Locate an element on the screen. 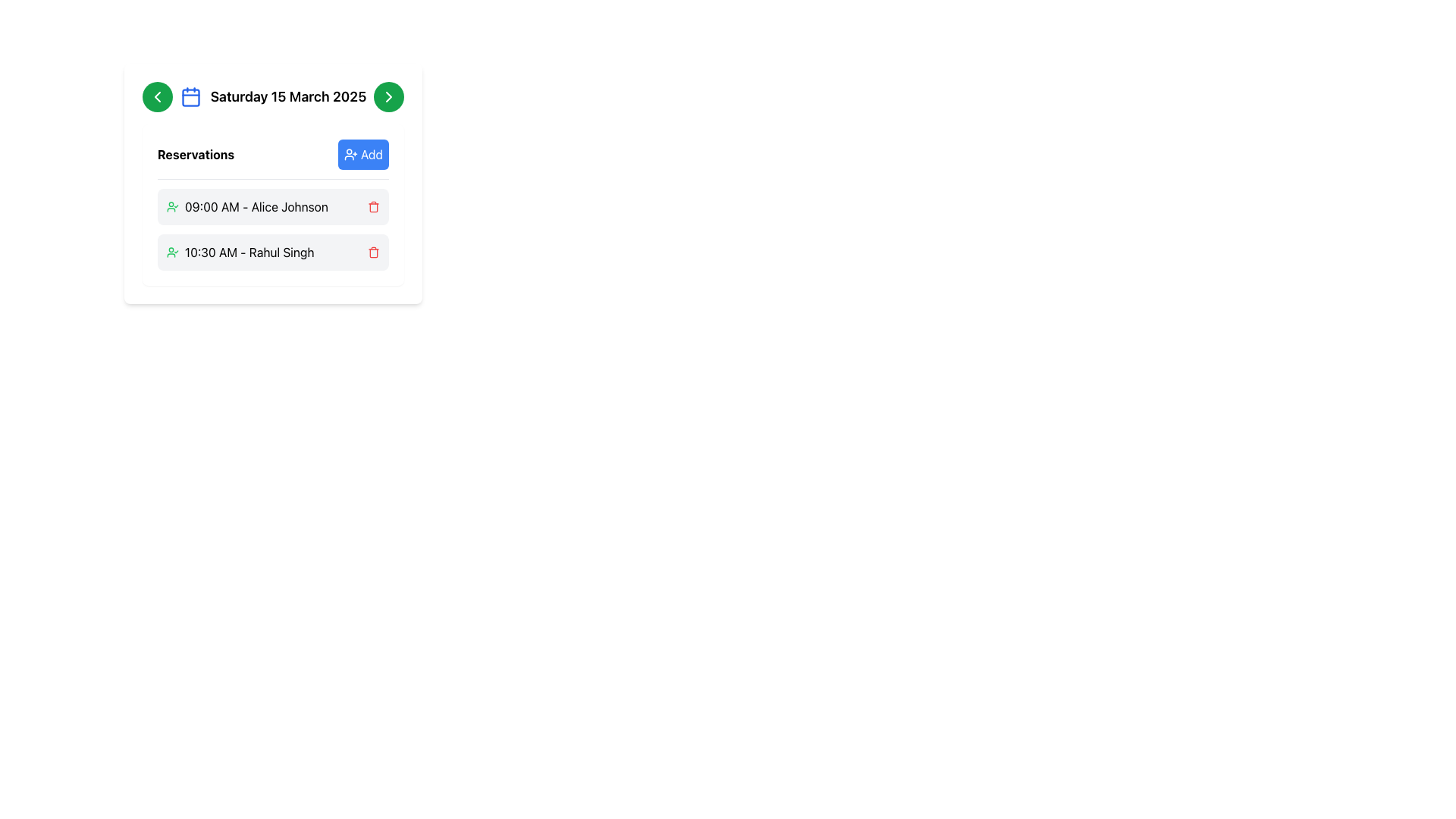 The height and width of the screenshot is (819, 1456). the delete button located at the far right side of the reservation card for '09:00 AM - Alice Johnson' is located at coordinates (374, 207).